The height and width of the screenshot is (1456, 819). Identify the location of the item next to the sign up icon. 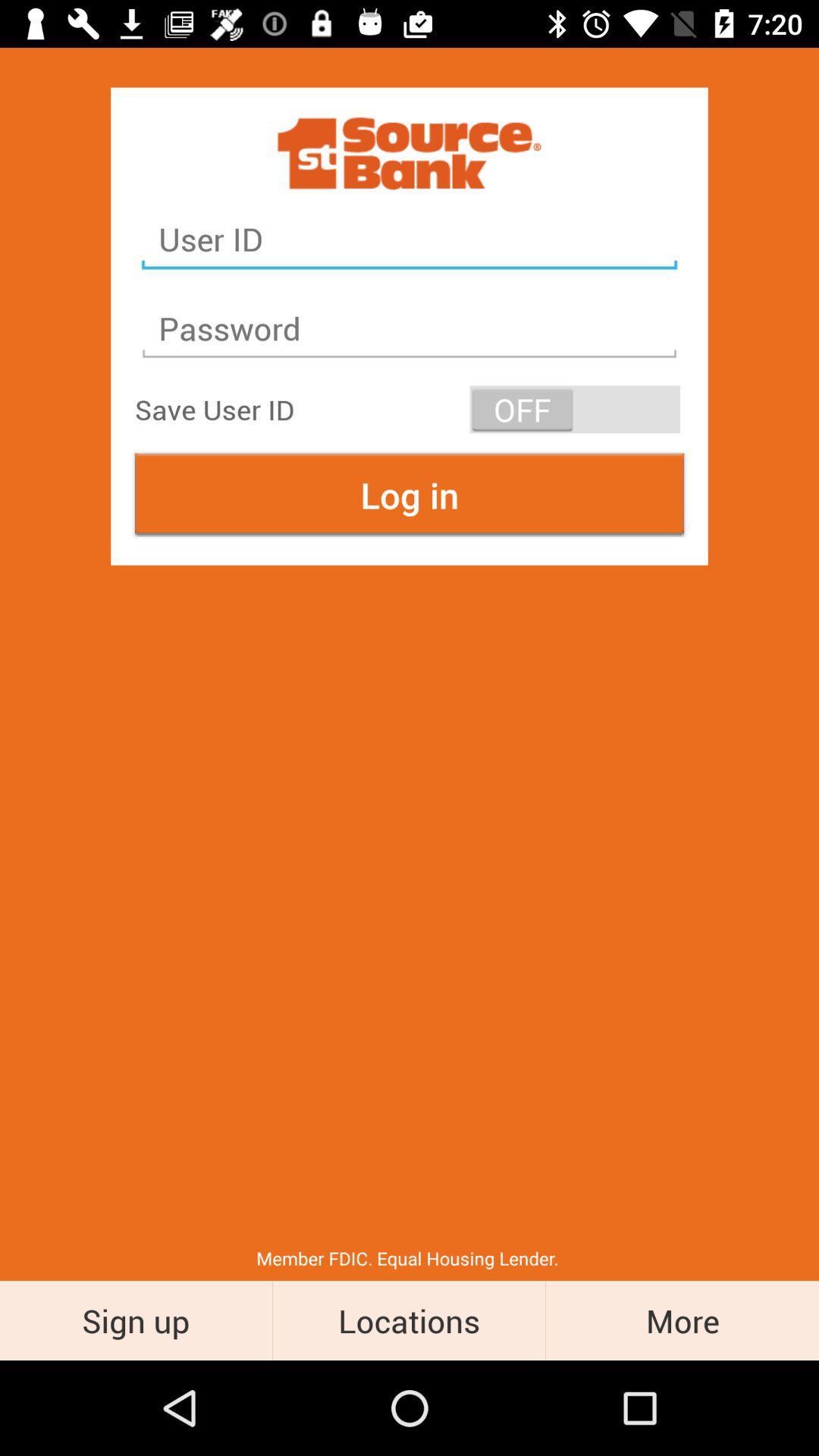
(408, 1319).